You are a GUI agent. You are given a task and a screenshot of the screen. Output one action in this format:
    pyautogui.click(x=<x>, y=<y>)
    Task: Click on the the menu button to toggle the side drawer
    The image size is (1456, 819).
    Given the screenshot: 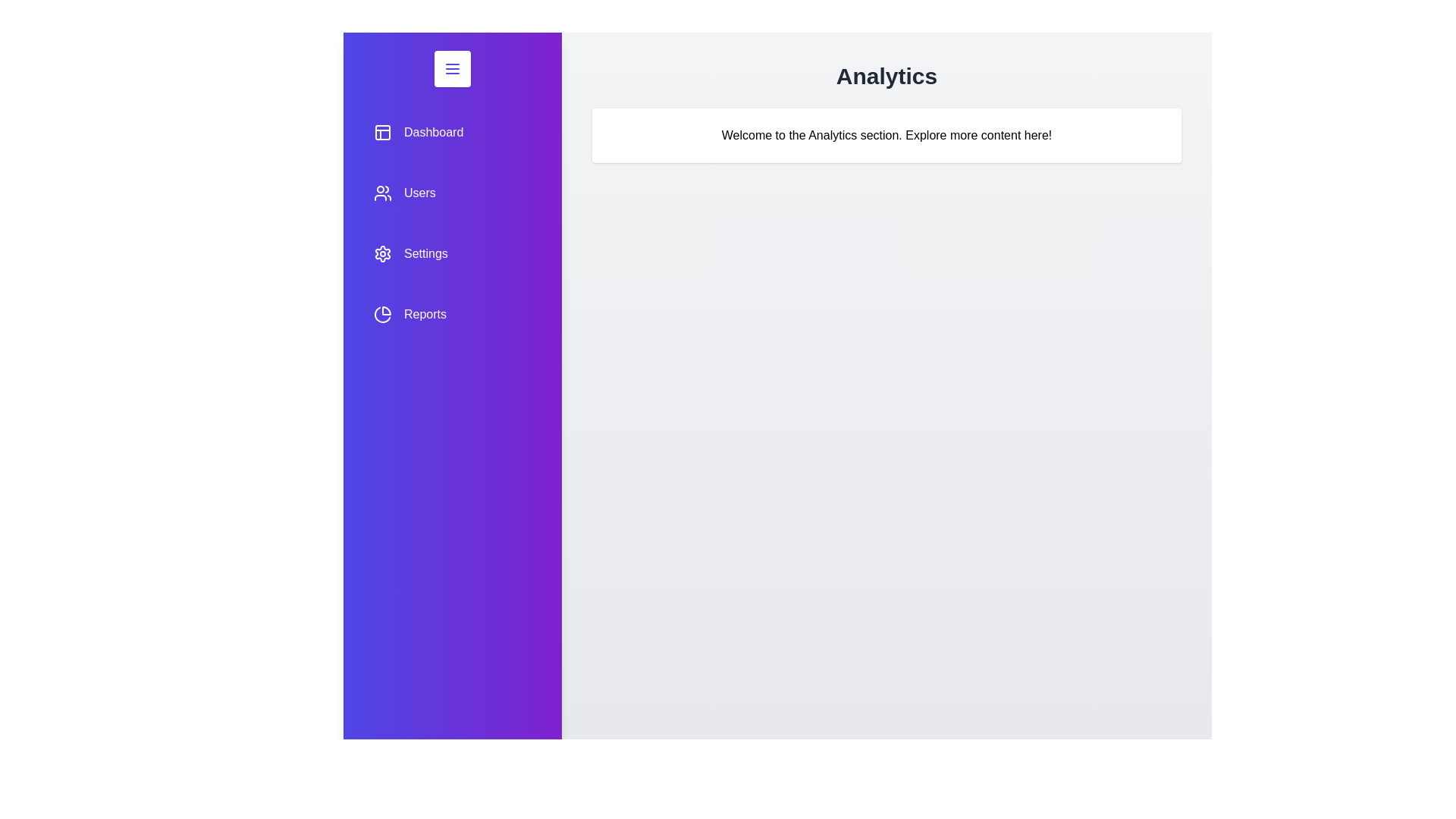 What is the action you would take?
    pyautogui.click(x=451, y=69)
    